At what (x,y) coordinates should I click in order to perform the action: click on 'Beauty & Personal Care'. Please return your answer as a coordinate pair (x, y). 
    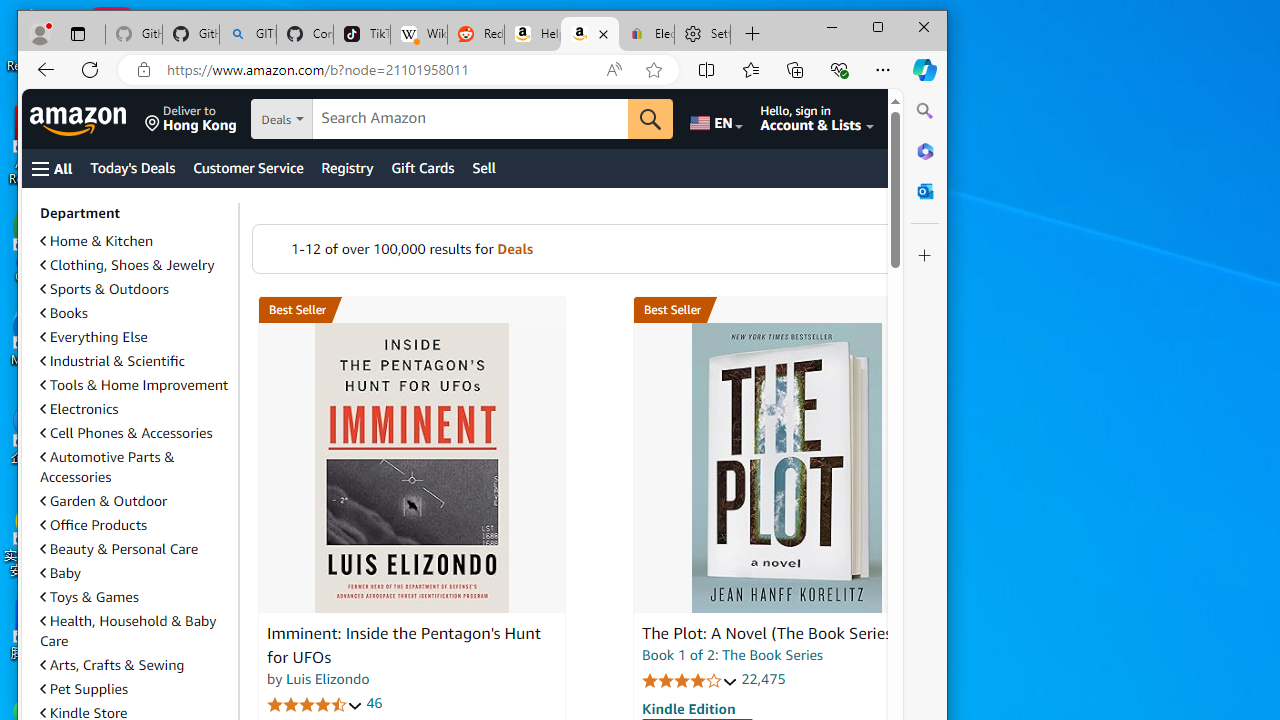
    Looking at the image, I should click on (134, 549).